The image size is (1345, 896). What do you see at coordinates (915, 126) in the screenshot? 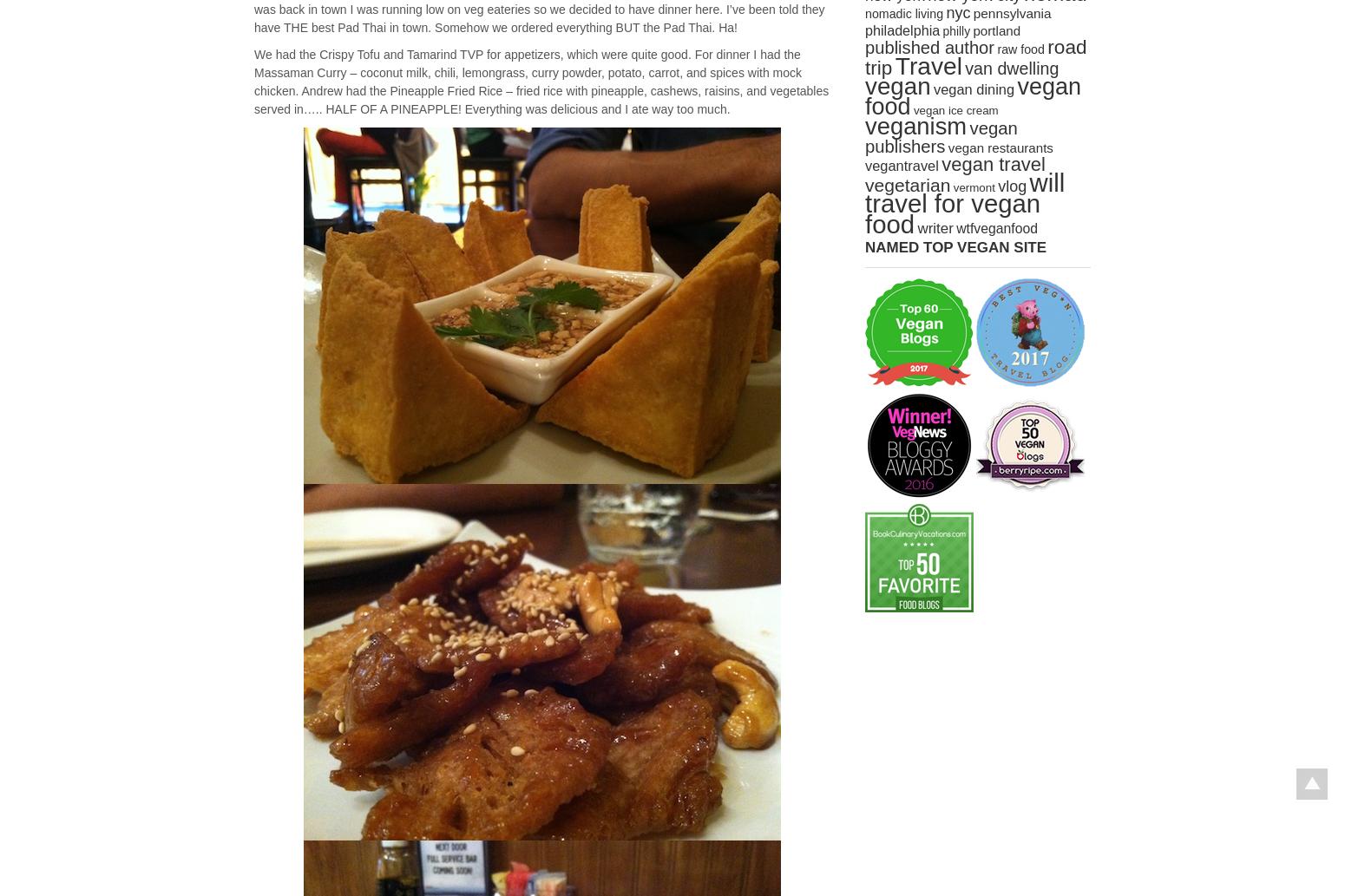
I see `'veganism'` at bounding box center [915, 126].